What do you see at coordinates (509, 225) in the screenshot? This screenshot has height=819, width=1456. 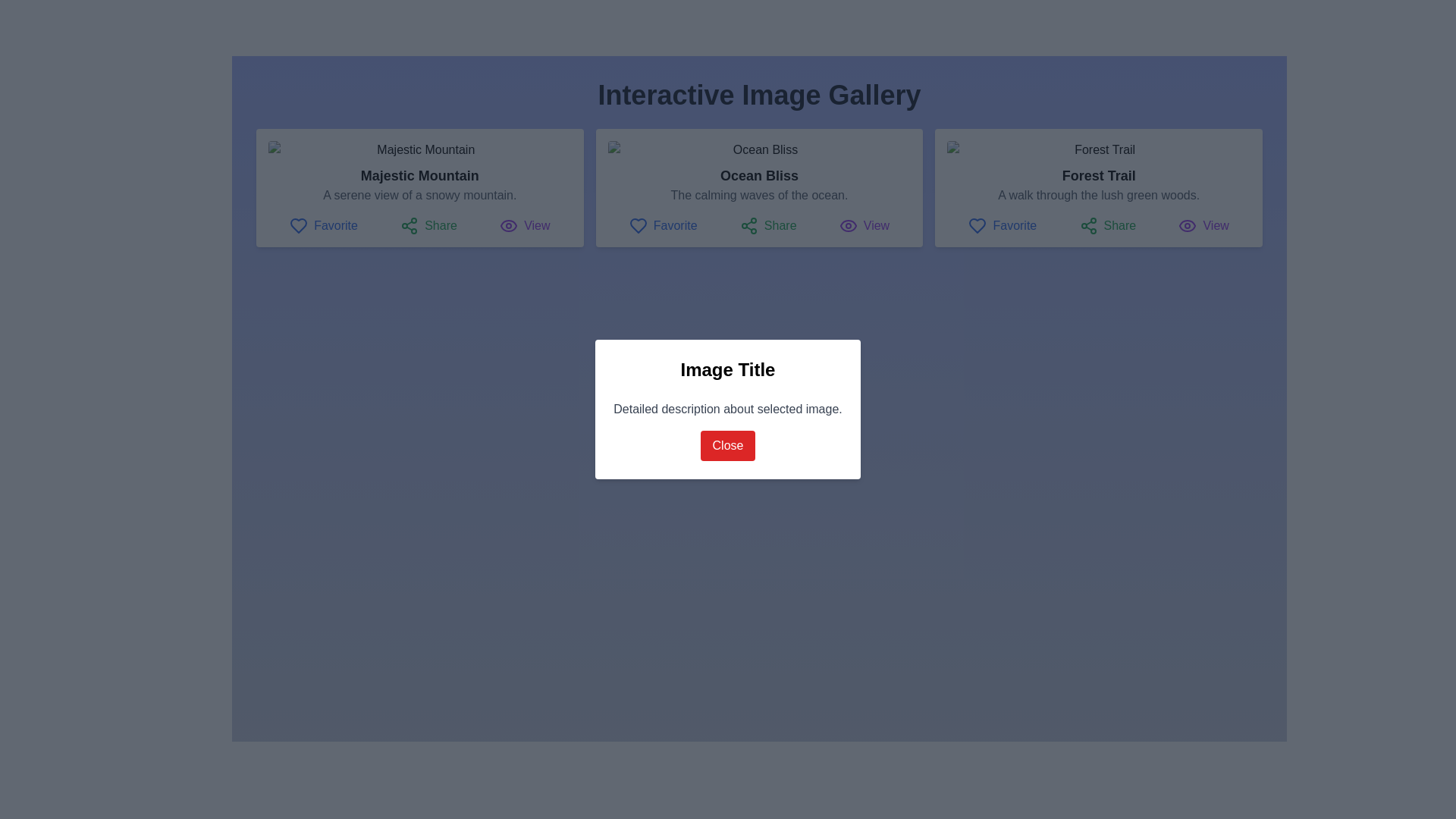 I see `the purple eye icon located at the bottom-right corner of the first card in the 'Interactive Image Gallery', adjacent to the 'View' text` at bounding box center [509, 225].